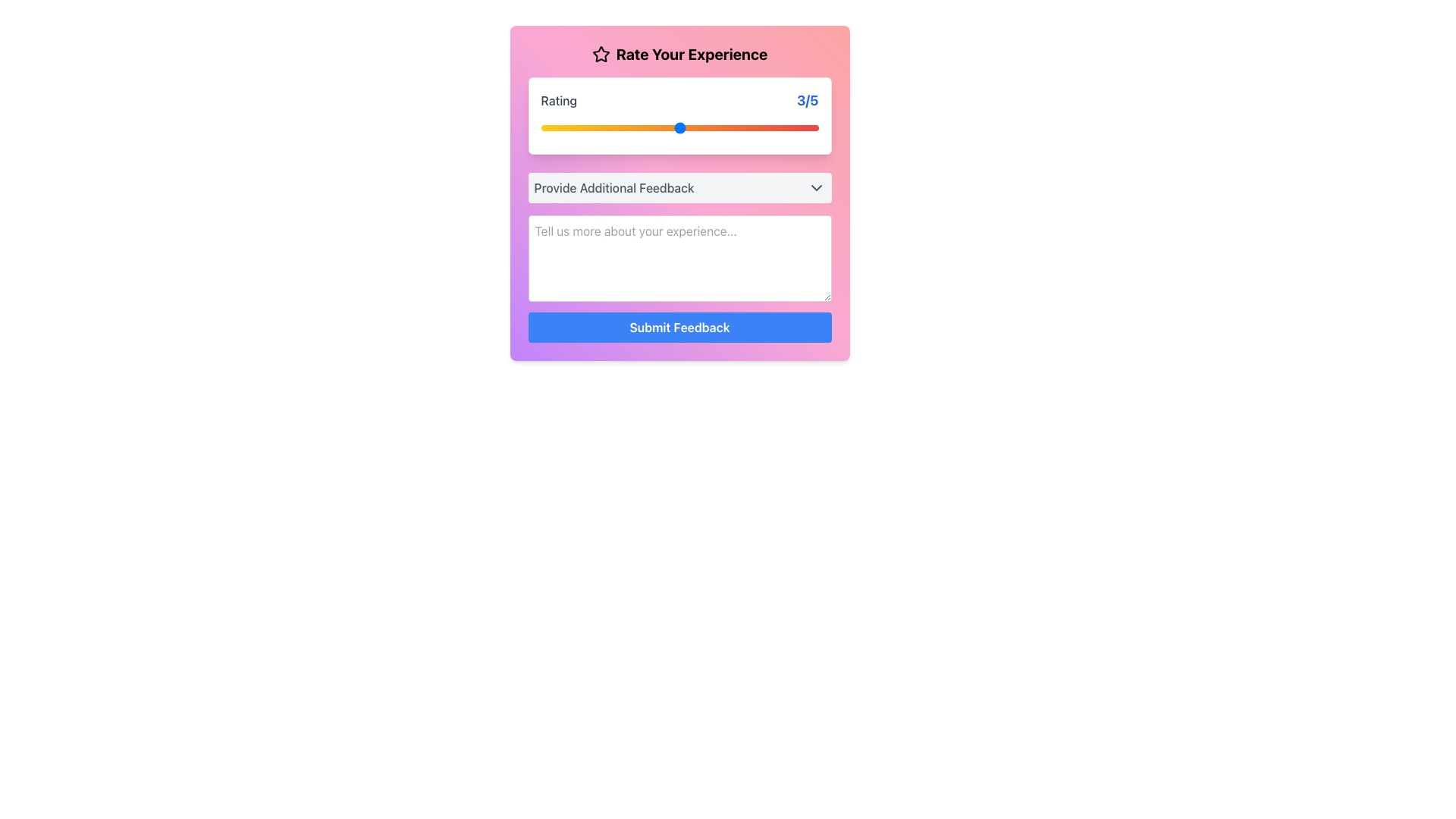 This screenshot has width=1456, height=819. What do you see at coordinates (600, 53) in the screenshot?
I see `the decorative Icon or SVG graphic located in the top section of the card-like widget, adjacent to the title text 'Rate Your Experience'` at bounding box center [600, 53].